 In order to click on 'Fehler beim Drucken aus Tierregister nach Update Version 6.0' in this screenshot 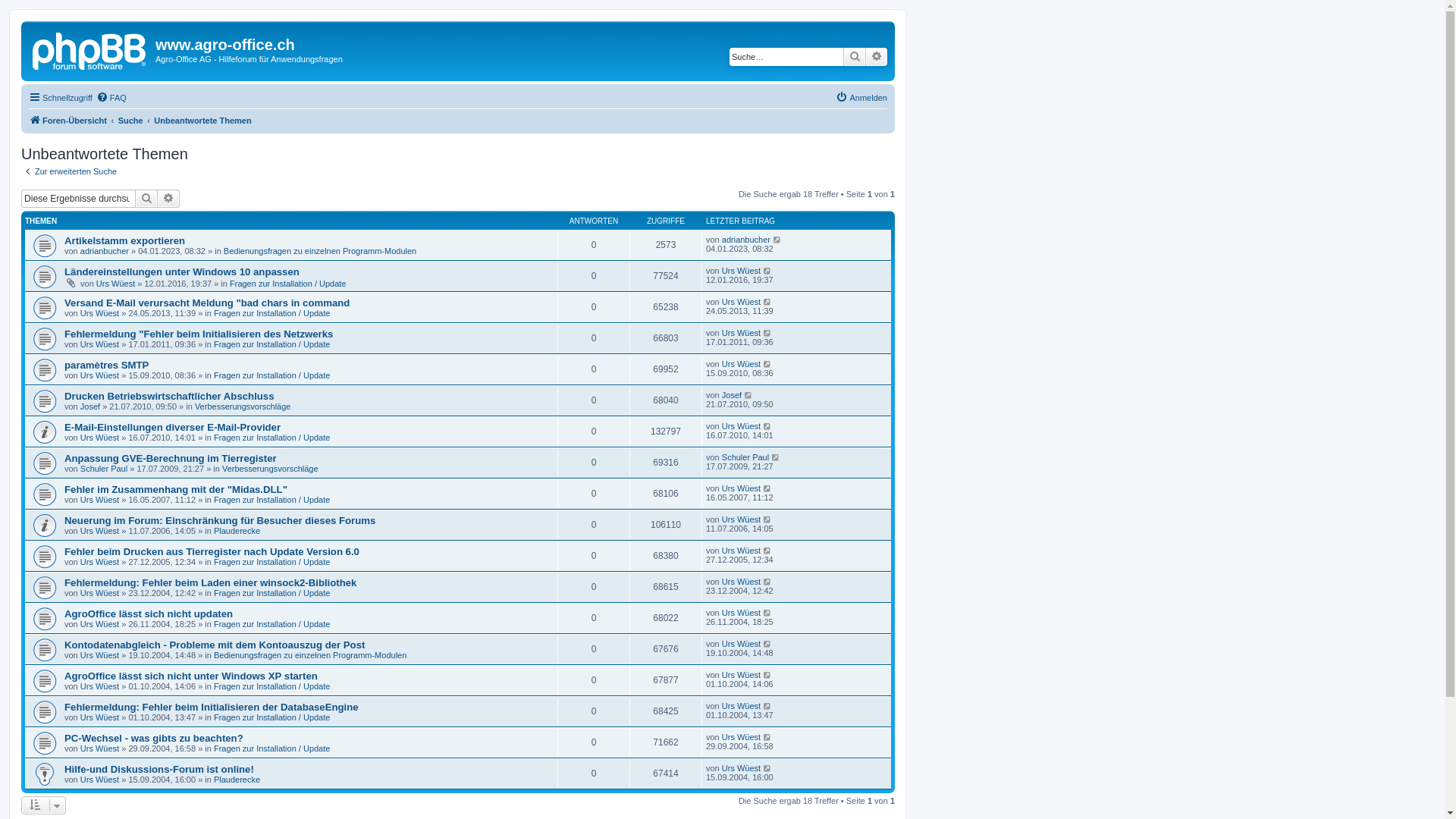, I will do `click(211, 551)`.